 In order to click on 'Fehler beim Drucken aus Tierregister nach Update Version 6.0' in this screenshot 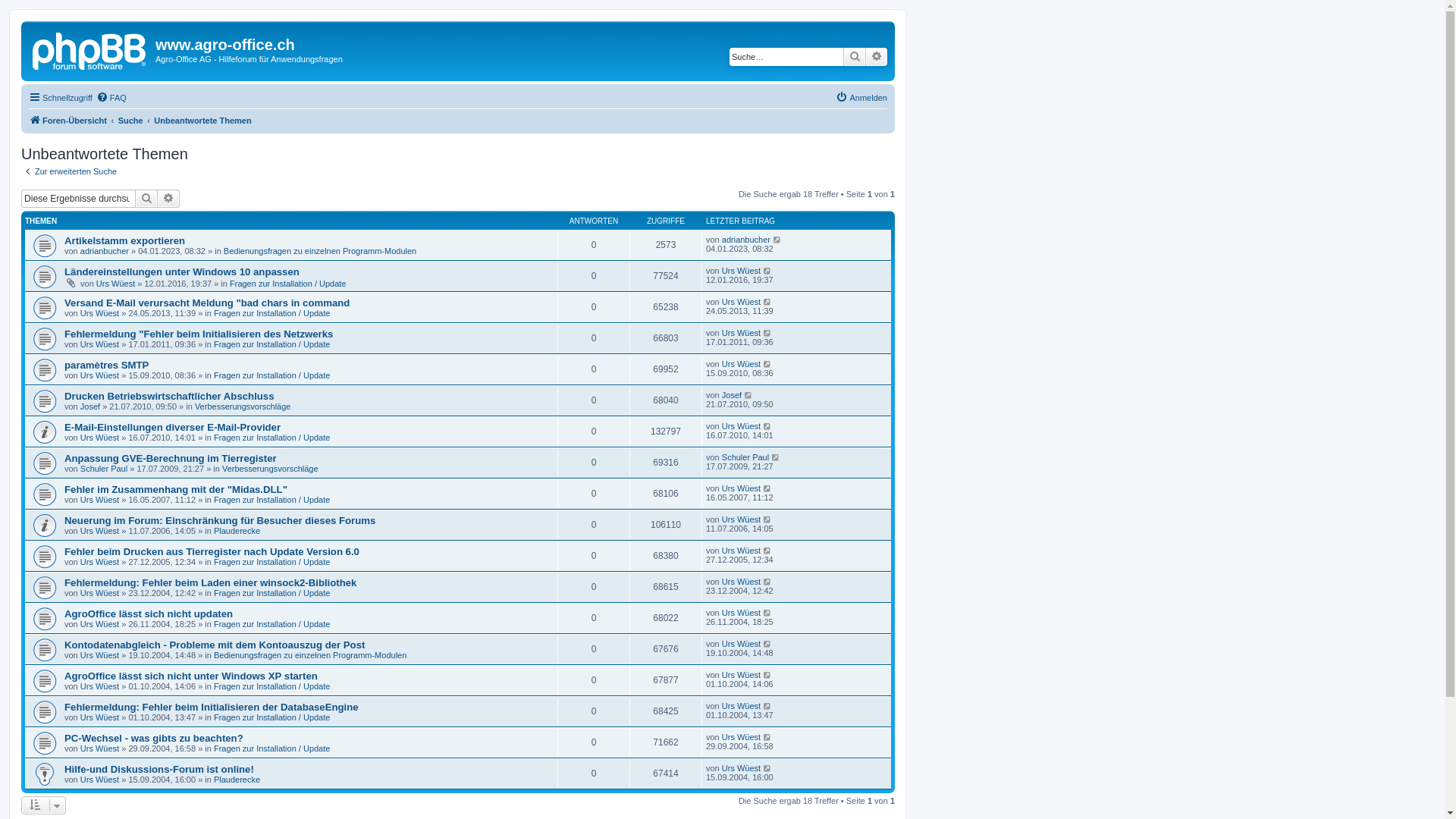, I will do `click(211, 551)`.